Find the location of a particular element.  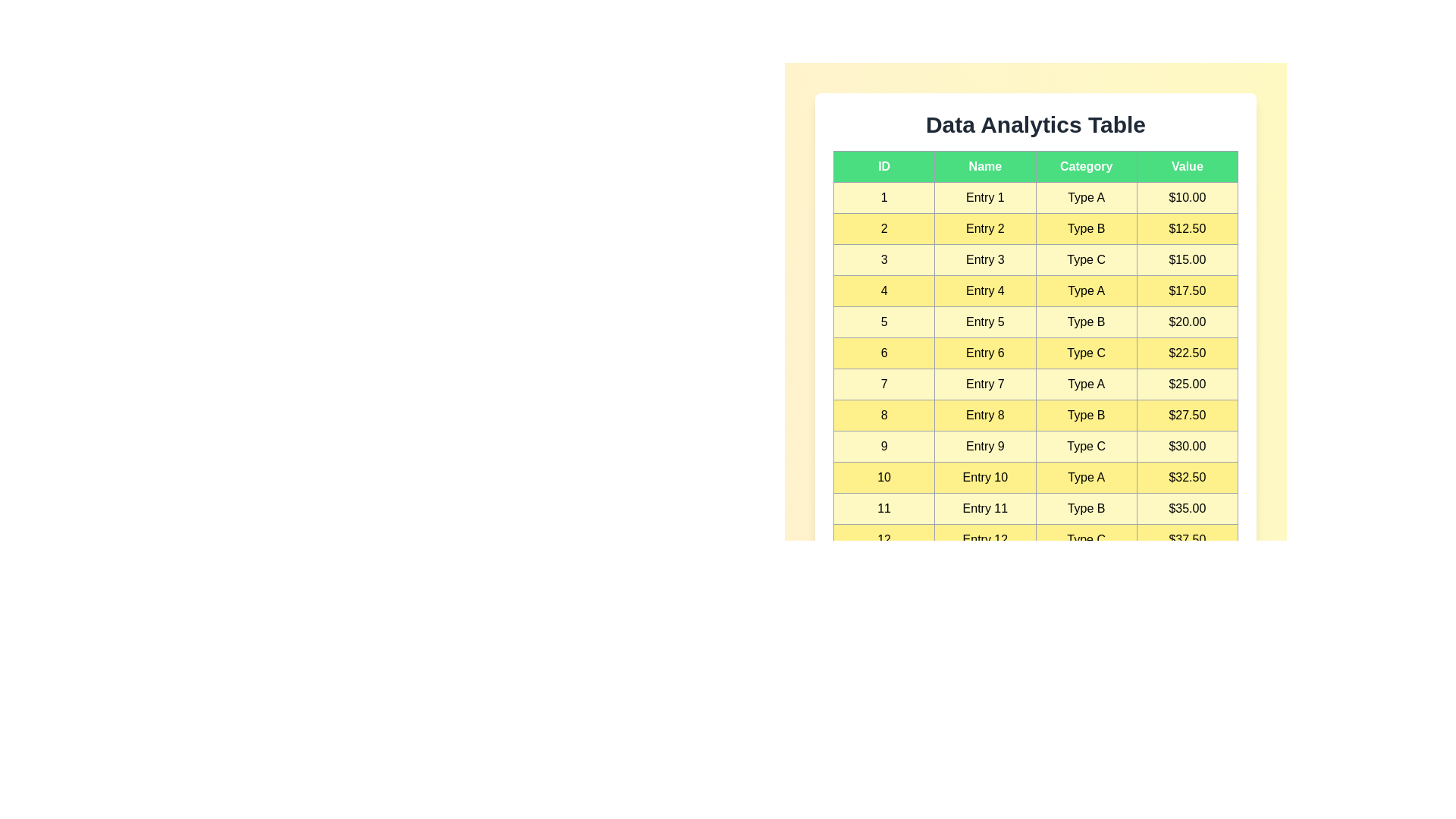

the column header ID to sort rows is located at coordinates (884, 166).